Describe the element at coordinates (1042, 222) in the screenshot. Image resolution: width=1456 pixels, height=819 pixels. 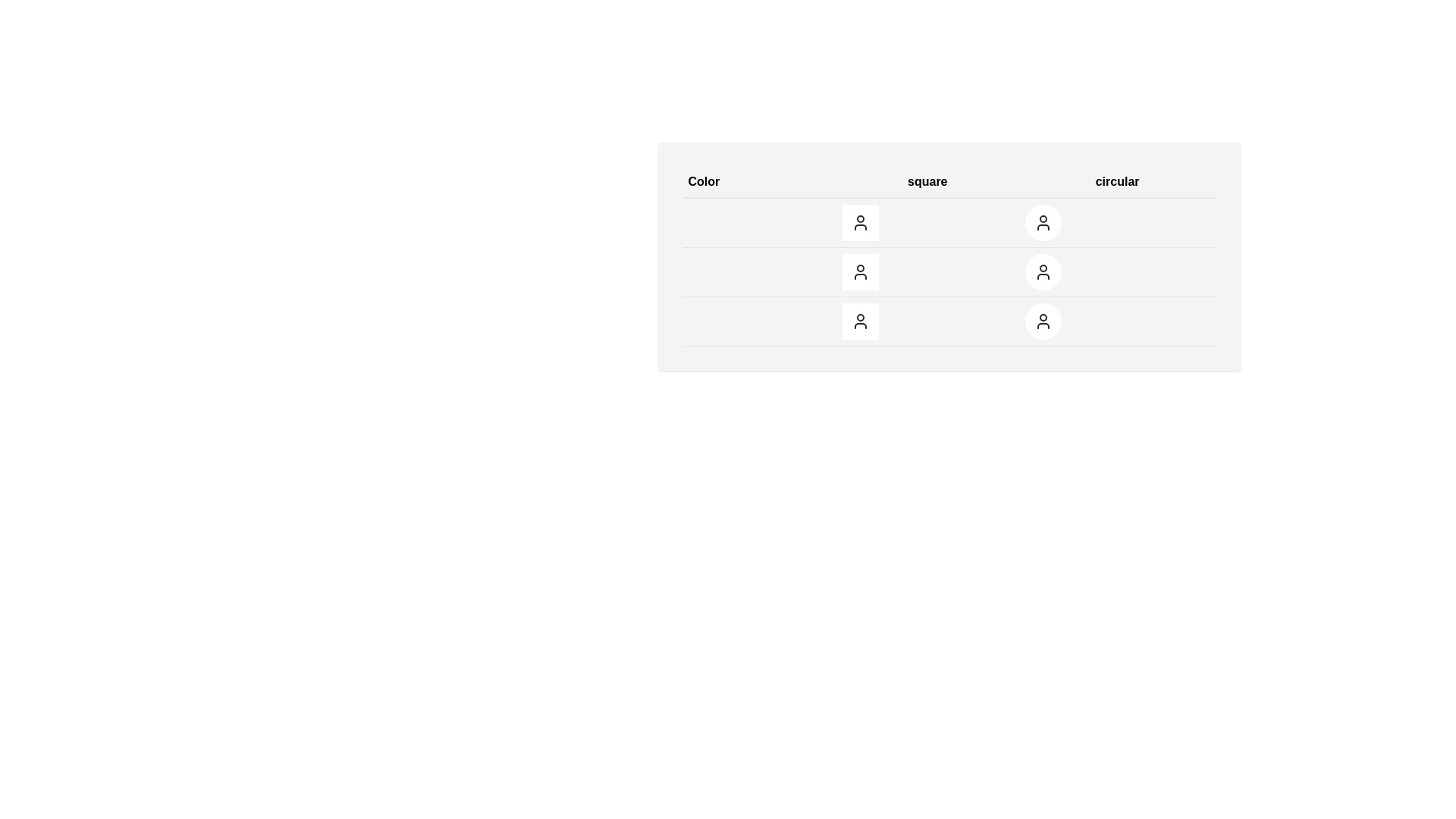
I see `the user silhouette icon, which is a circular icon with dark outlines against a transparent background, located in the second column's first row under the header 'circular'` at that location.